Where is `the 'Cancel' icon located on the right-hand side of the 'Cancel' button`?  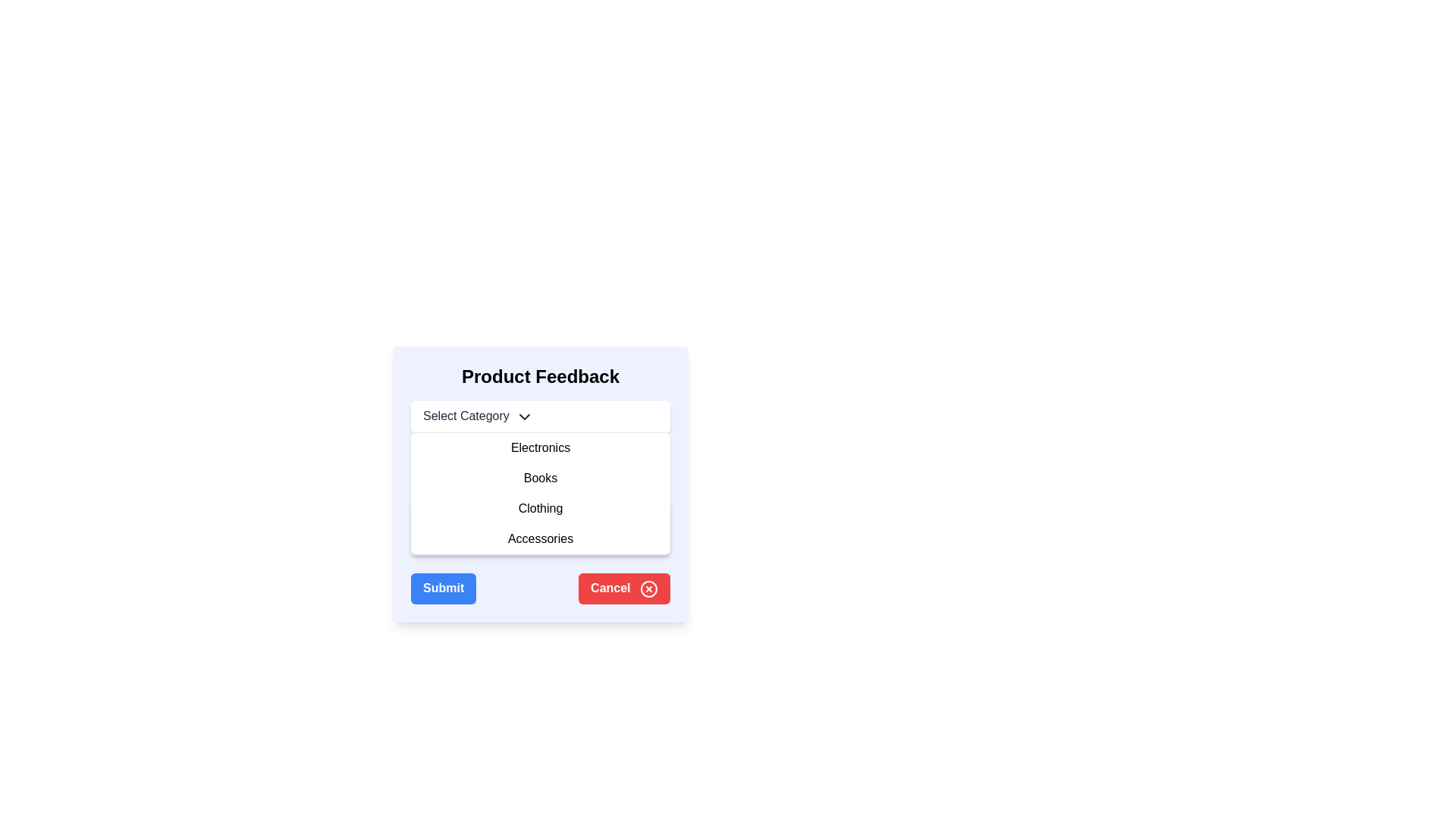
the 'Cancel' icon located on the right-hand side of the 'Cancel' button is located at coordinates (648, 587).